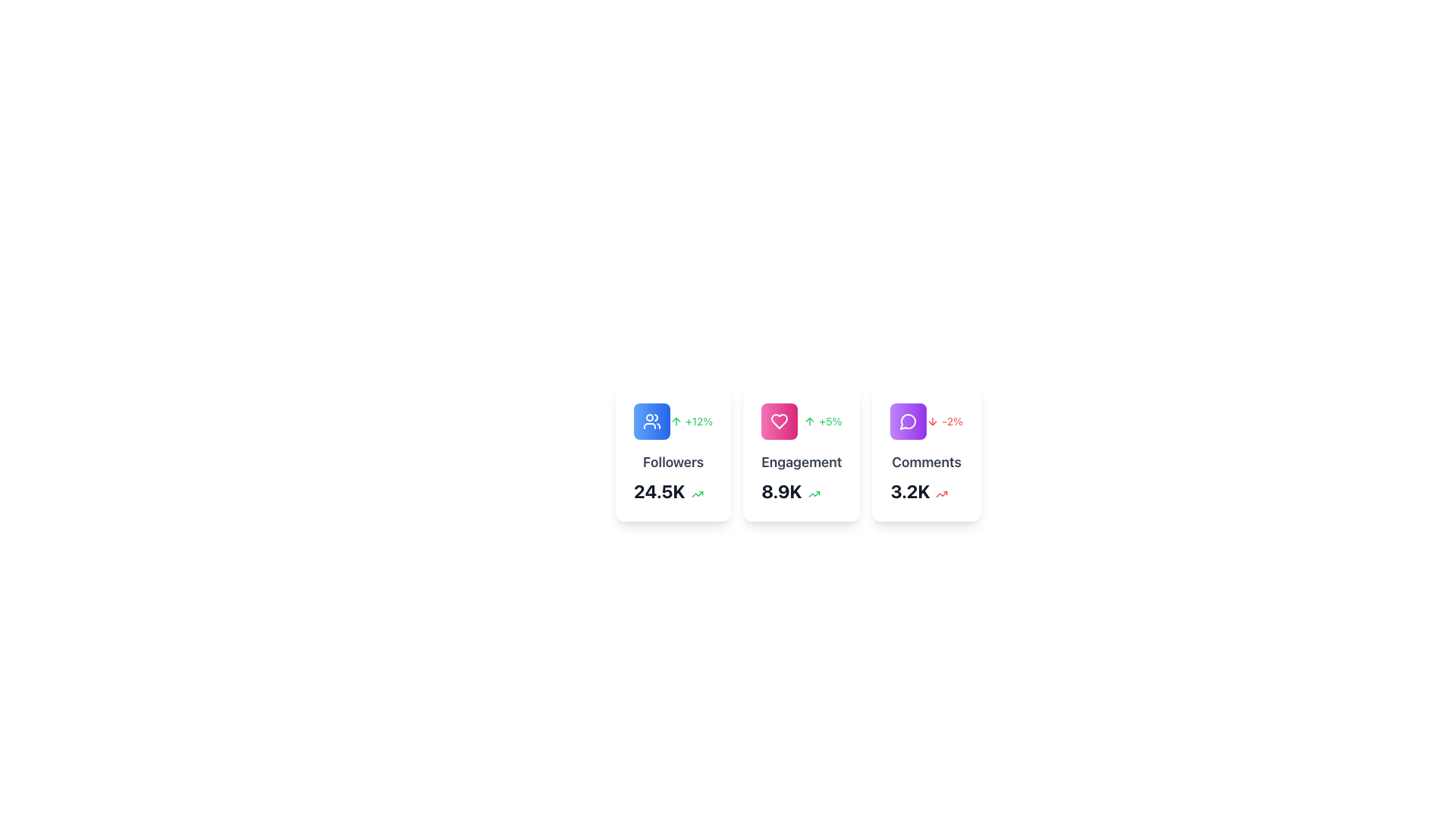 The width and height of the screenshot is (1456, 819). Describe the element at coordinates (673, 452) in the screenshot. I see `the metrics displayed on the 'Followers' statistical metric card, which shows the title 'Followers' in bold, the number '24.5K', and a green '+12%' indicating an increase` at that location.